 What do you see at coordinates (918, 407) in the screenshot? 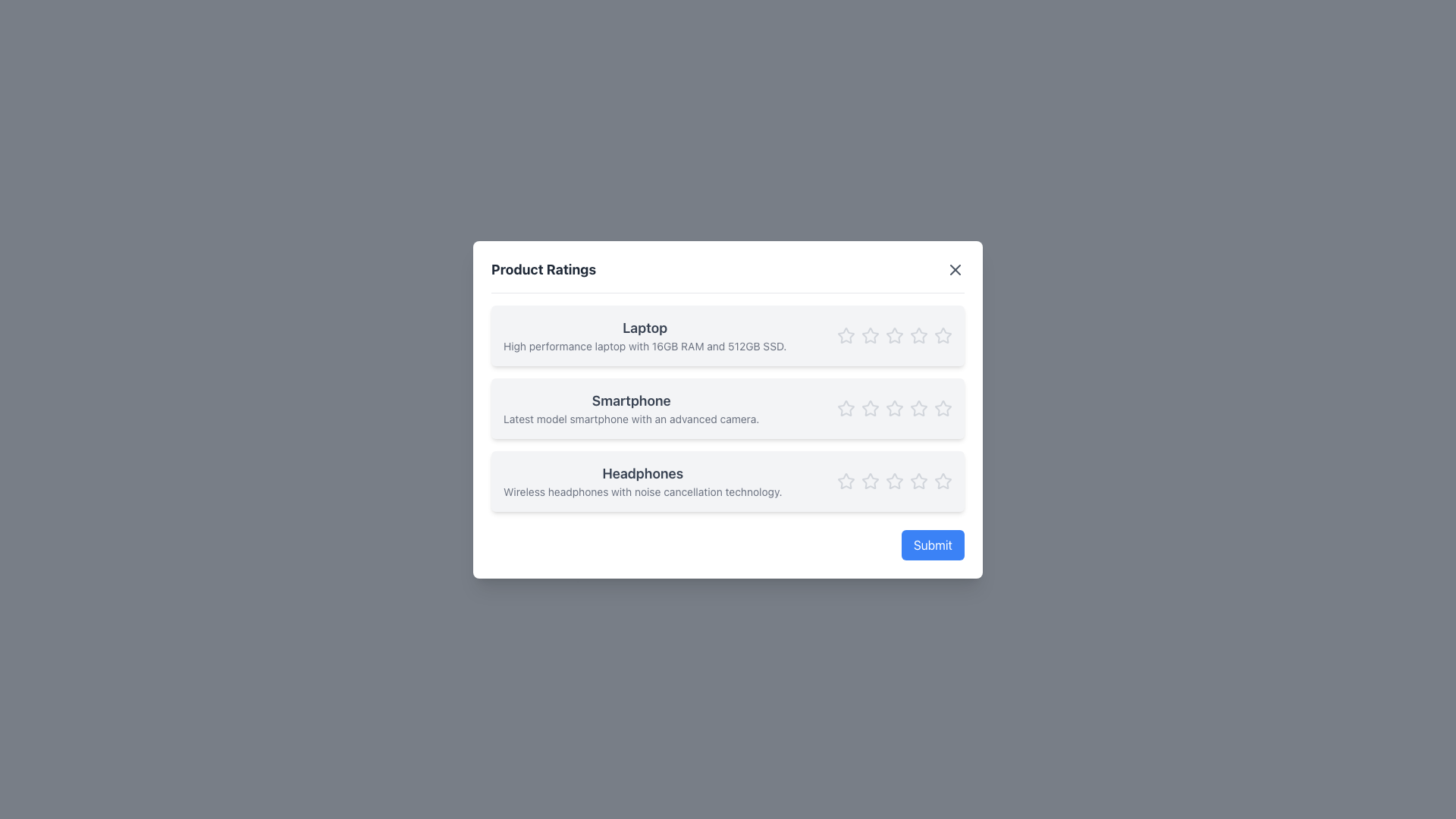
I see `the fourth star icon in the row of five rating stars for the 'Smartphone' product` at bounding box center [918, 407].